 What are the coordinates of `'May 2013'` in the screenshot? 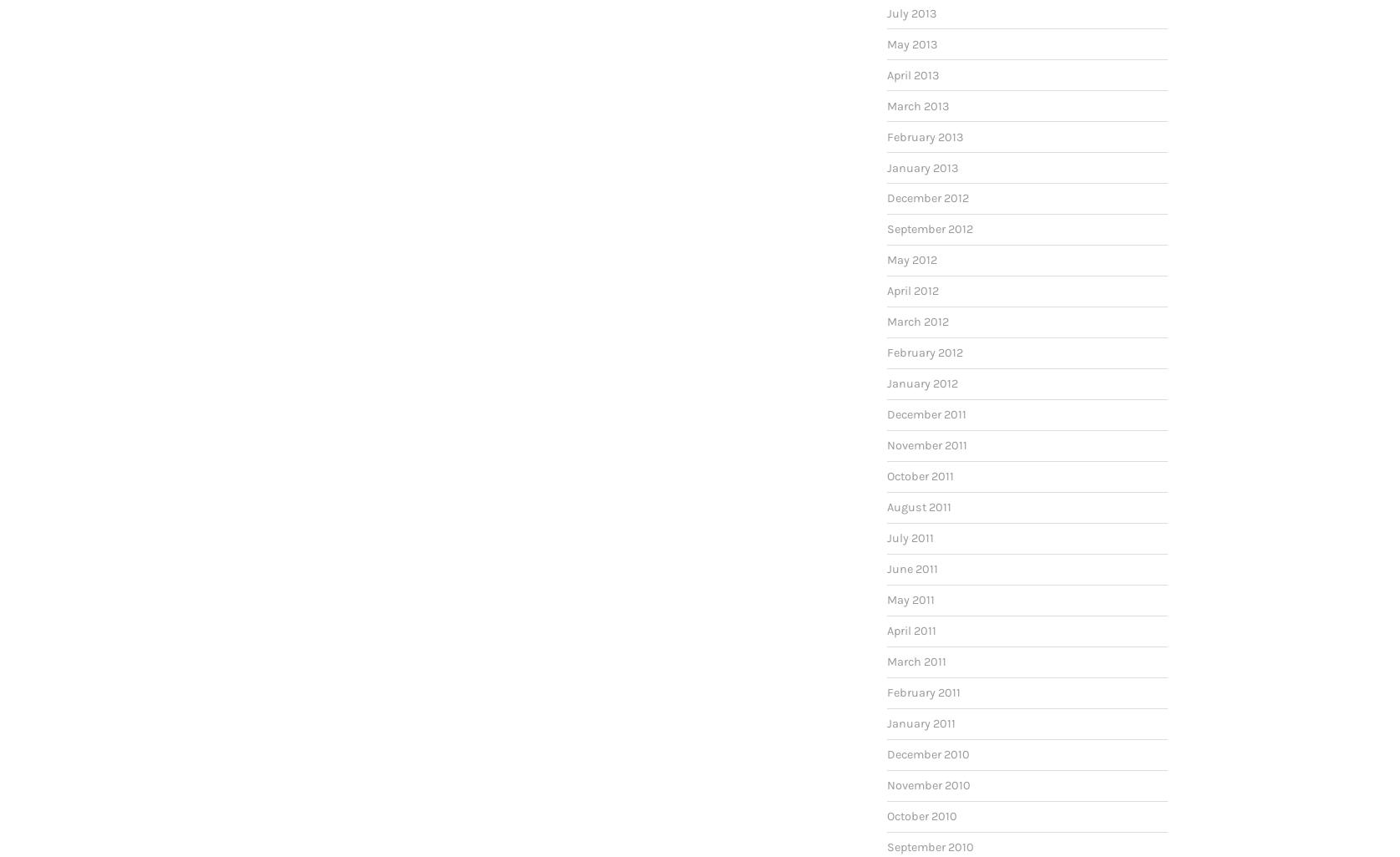 It's located at (911, 43).